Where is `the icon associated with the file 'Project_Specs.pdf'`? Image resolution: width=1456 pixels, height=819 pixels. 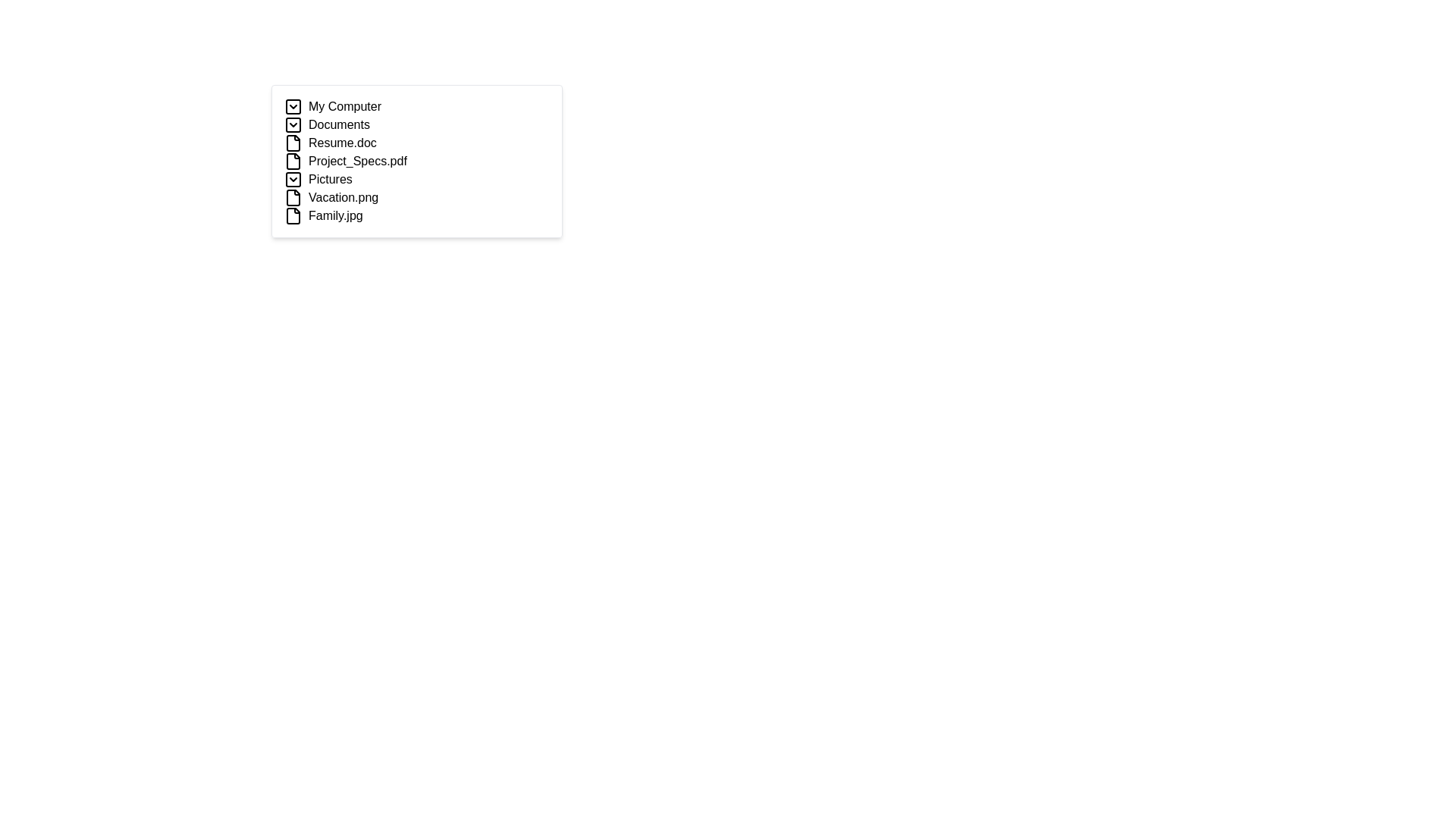 the icon associated with the file 'Project_Specs.pdf' is located at coordinates (293, 161).